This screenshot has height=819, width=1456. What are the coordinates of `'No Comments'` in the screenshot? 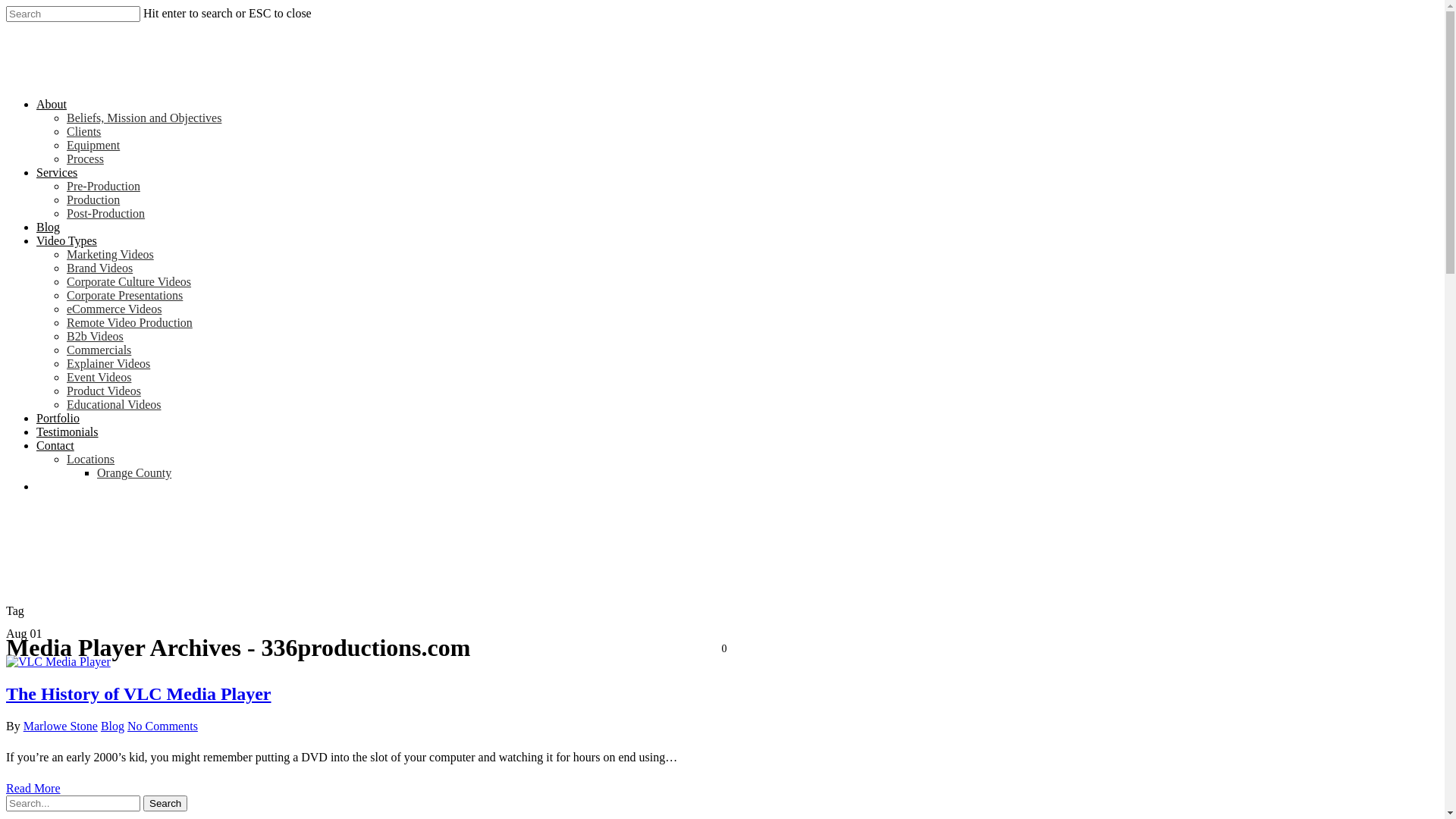 It's located at (127, 725).